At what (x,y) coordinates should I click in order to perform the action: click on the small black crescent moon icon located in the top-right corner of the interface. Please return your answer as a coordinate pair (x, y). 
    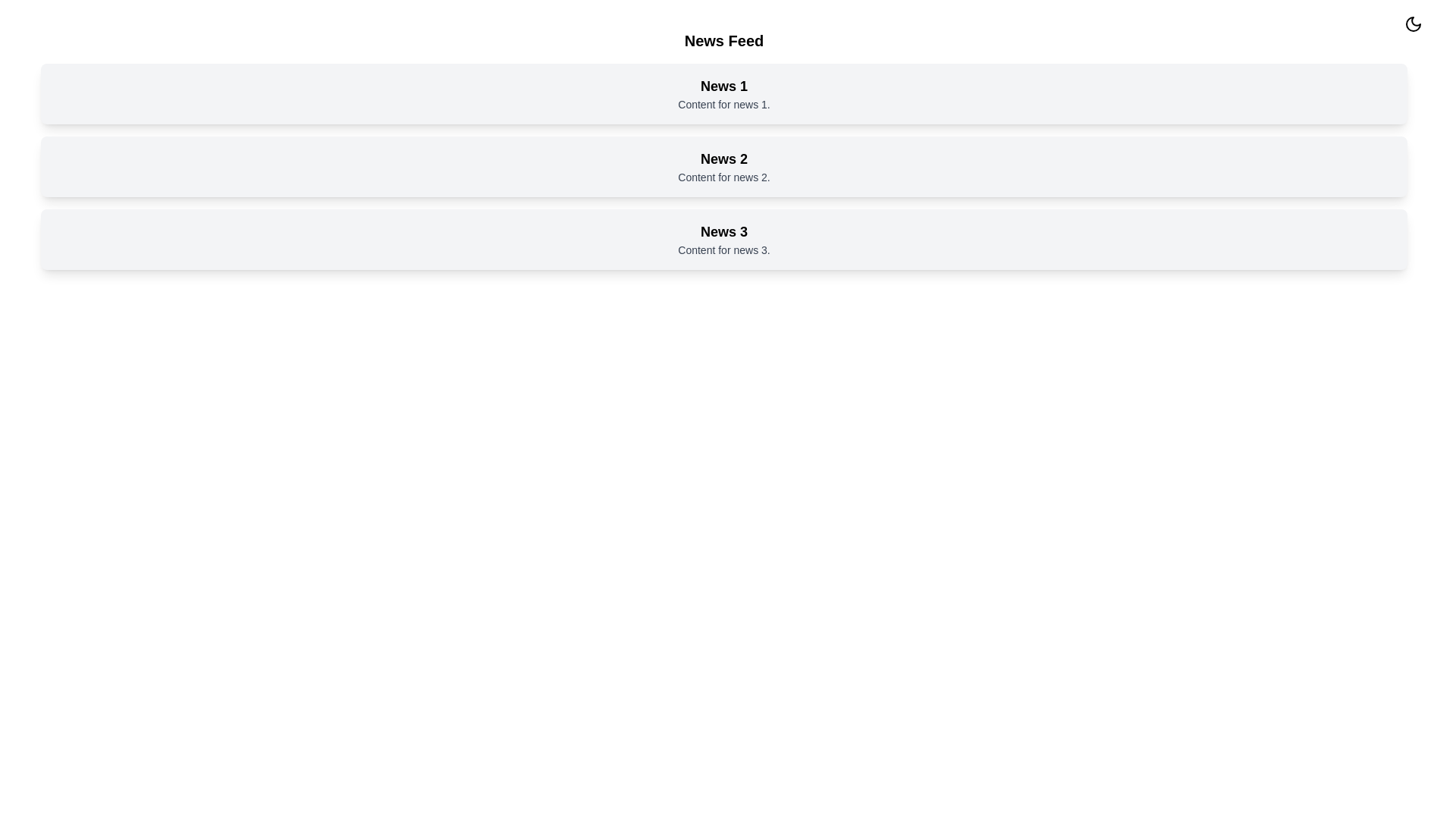
    Looking at the image, I should click on (1412, 24).